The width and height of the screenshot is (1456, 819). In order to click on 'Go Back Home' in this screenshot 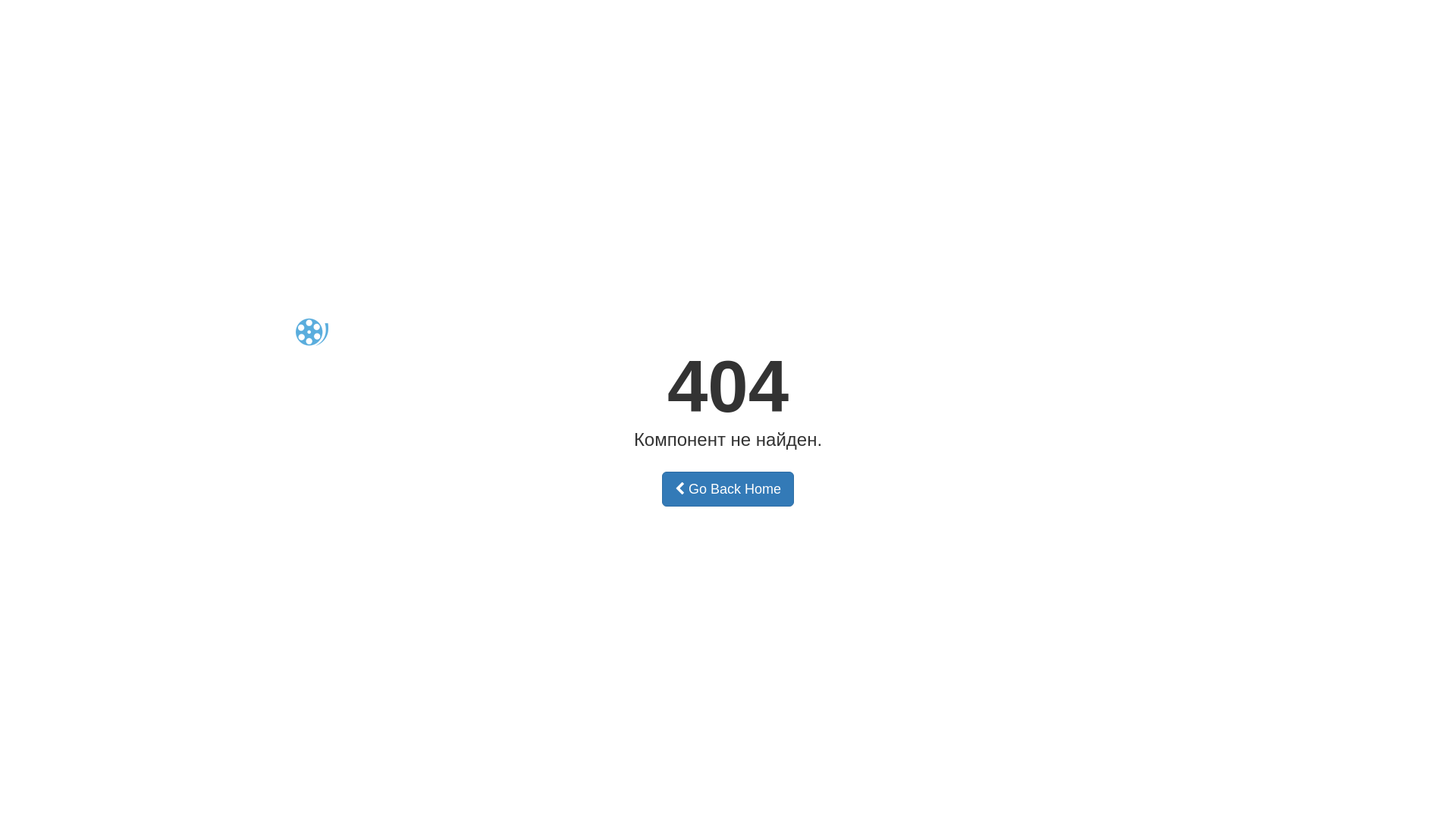, I will do `click(728, 488)`.